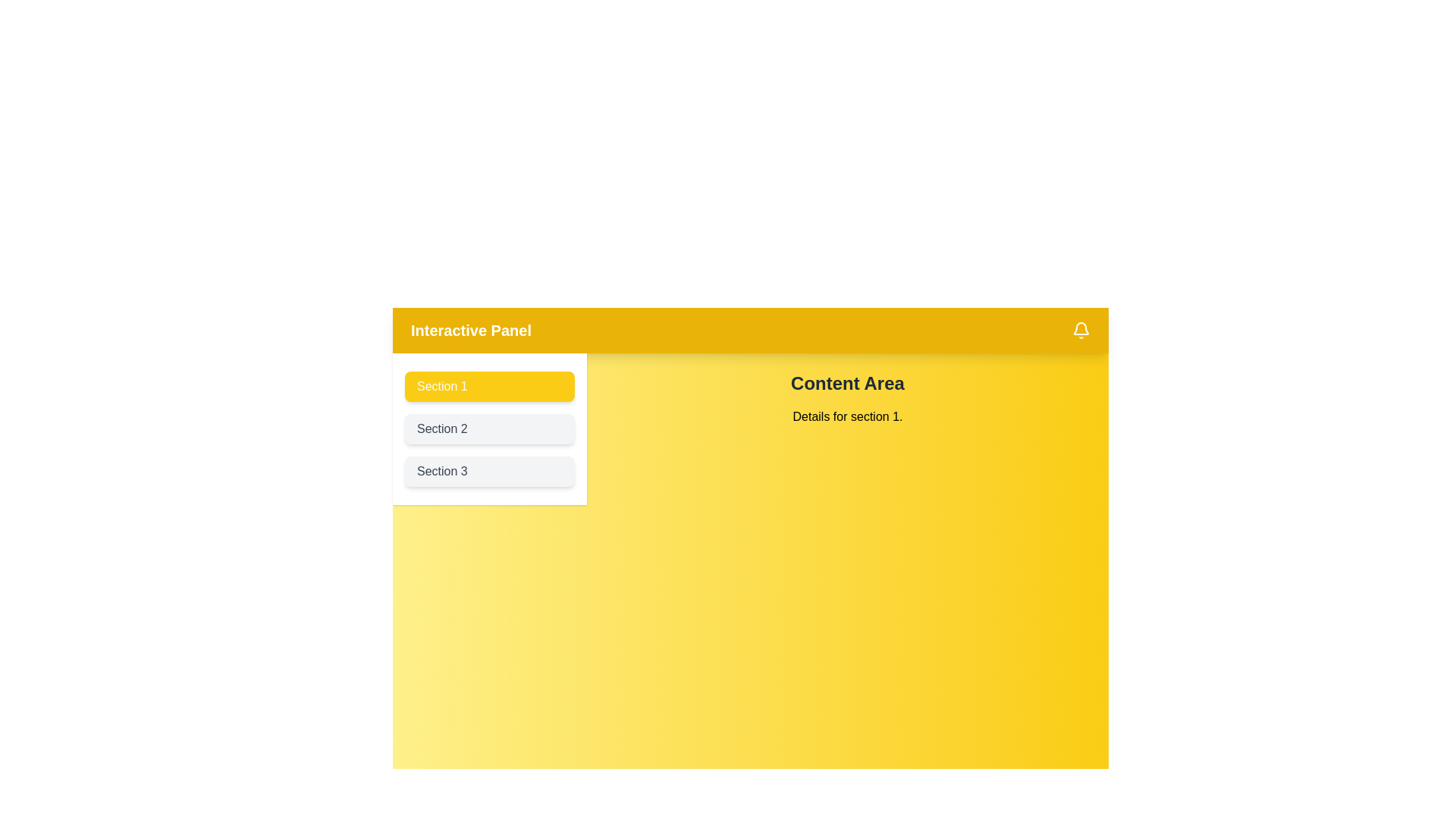  Describe the element at coordinates (490, 385) in the screenshot. I see `the navigation button for 'Section 1' located in the left panel` at that location.